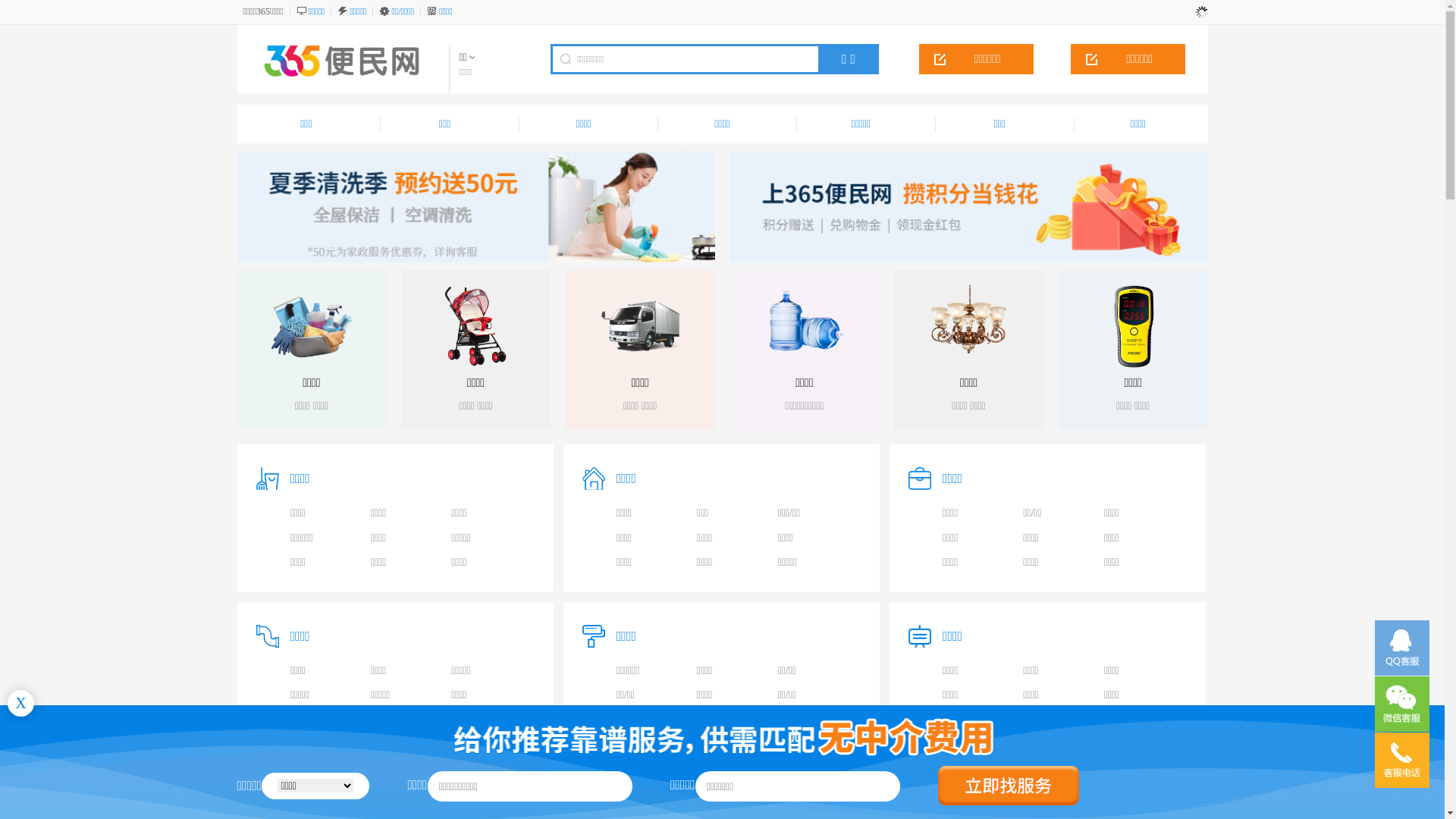 This screenshot has width=1456, height=819. Describe the element at coordinates (20, 703) in the screenshot. I see `'X'` at that location.